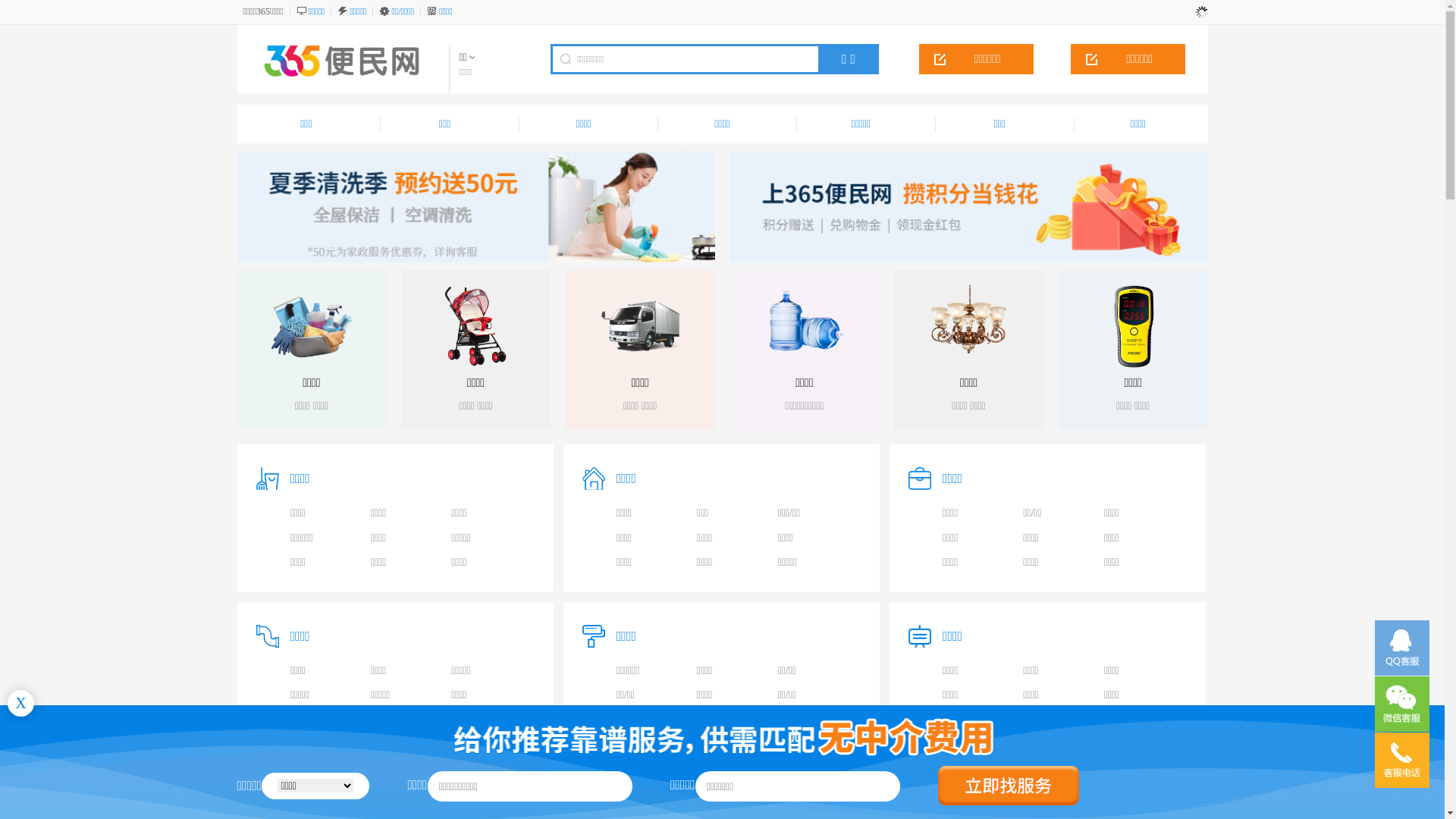 This screenshot has width=1456, height=819. Describe the element at coordinates (20, 703) in the screenshot. I see `'X'` at that location.